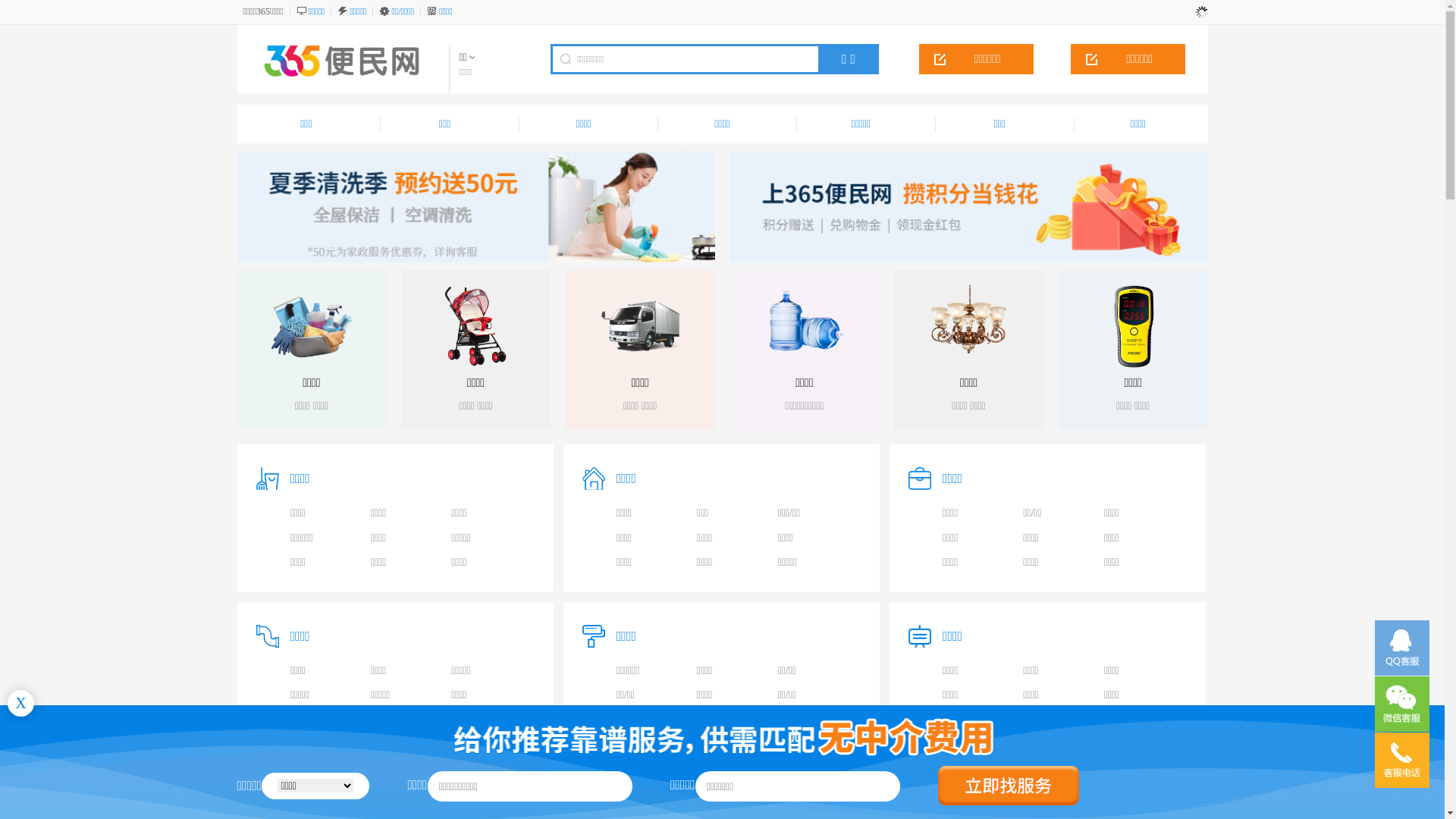 This screenshot has width=1456, height=819. Describe the element at coordinates (20, 703) in the screenshot. I see `'X'` at that location.